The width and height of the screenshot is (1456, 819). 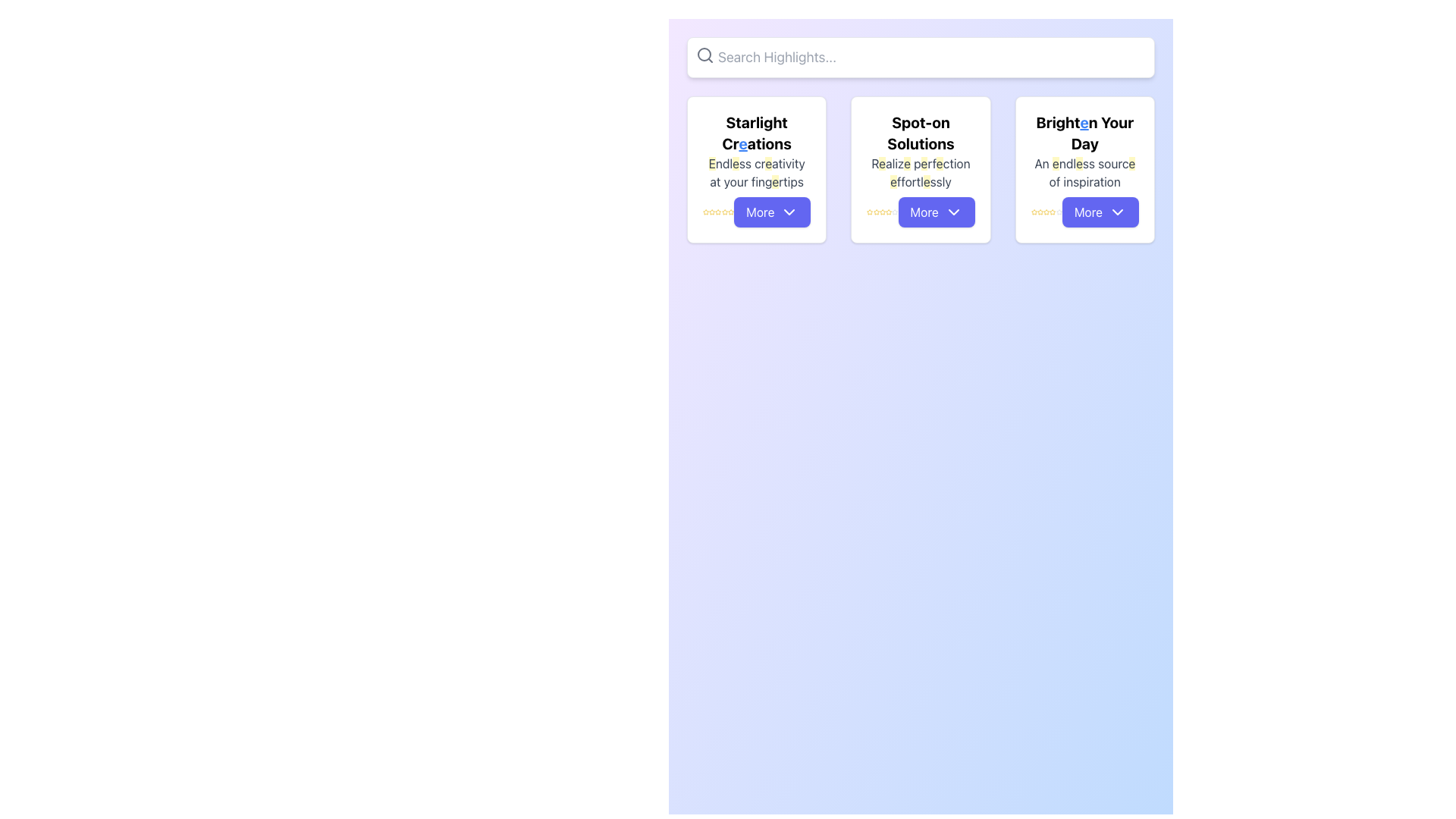 What do you see at coordinates (723, 164) in the screenshot?
I see `the text segment 'ndl' within the phrase 'Endless creativity at your fingertips' located in the left card of the interface` at bounding box center [723, 164].